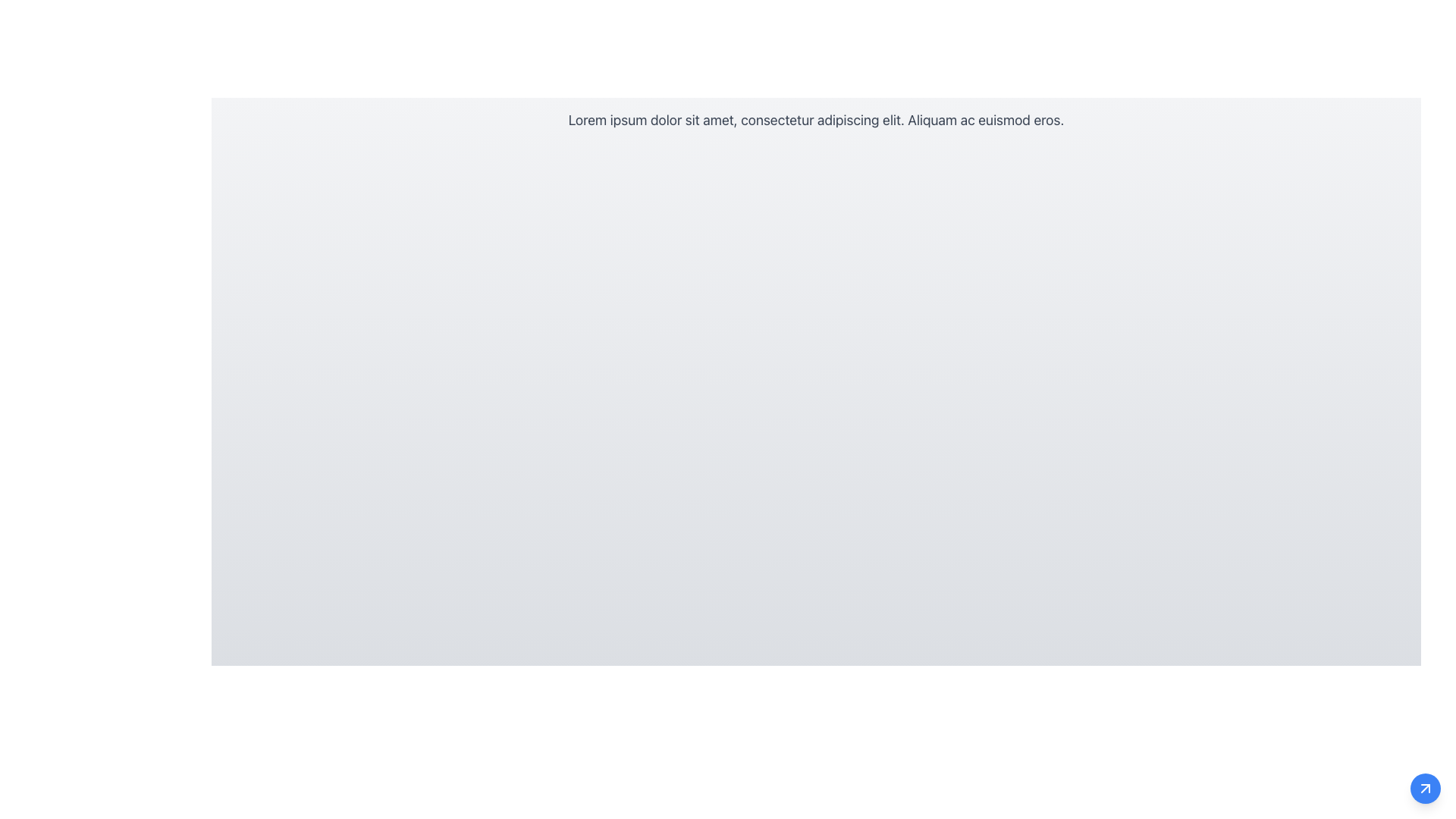 This screenshot has height=819, width=1456. What do you see at coordinates (1425, 788) in the screenshot?
I see `the white arrow icon inside the circular blue button located at the bottom-right corner of the interface` at bounding box center [1425, 788].